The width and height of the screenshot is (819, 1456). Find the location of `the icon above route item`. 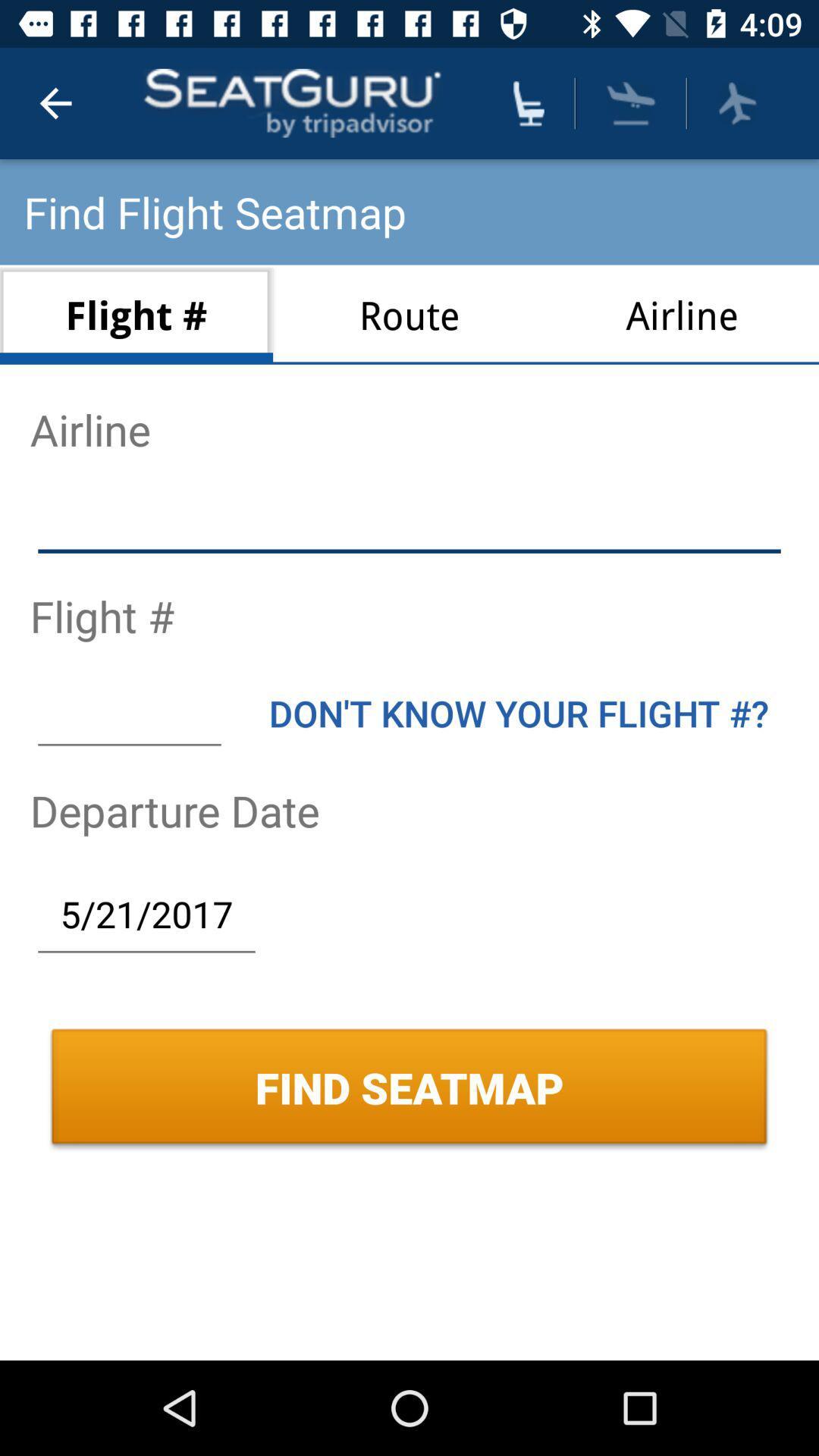

the icon above route item is located at coordinates (528, 102).